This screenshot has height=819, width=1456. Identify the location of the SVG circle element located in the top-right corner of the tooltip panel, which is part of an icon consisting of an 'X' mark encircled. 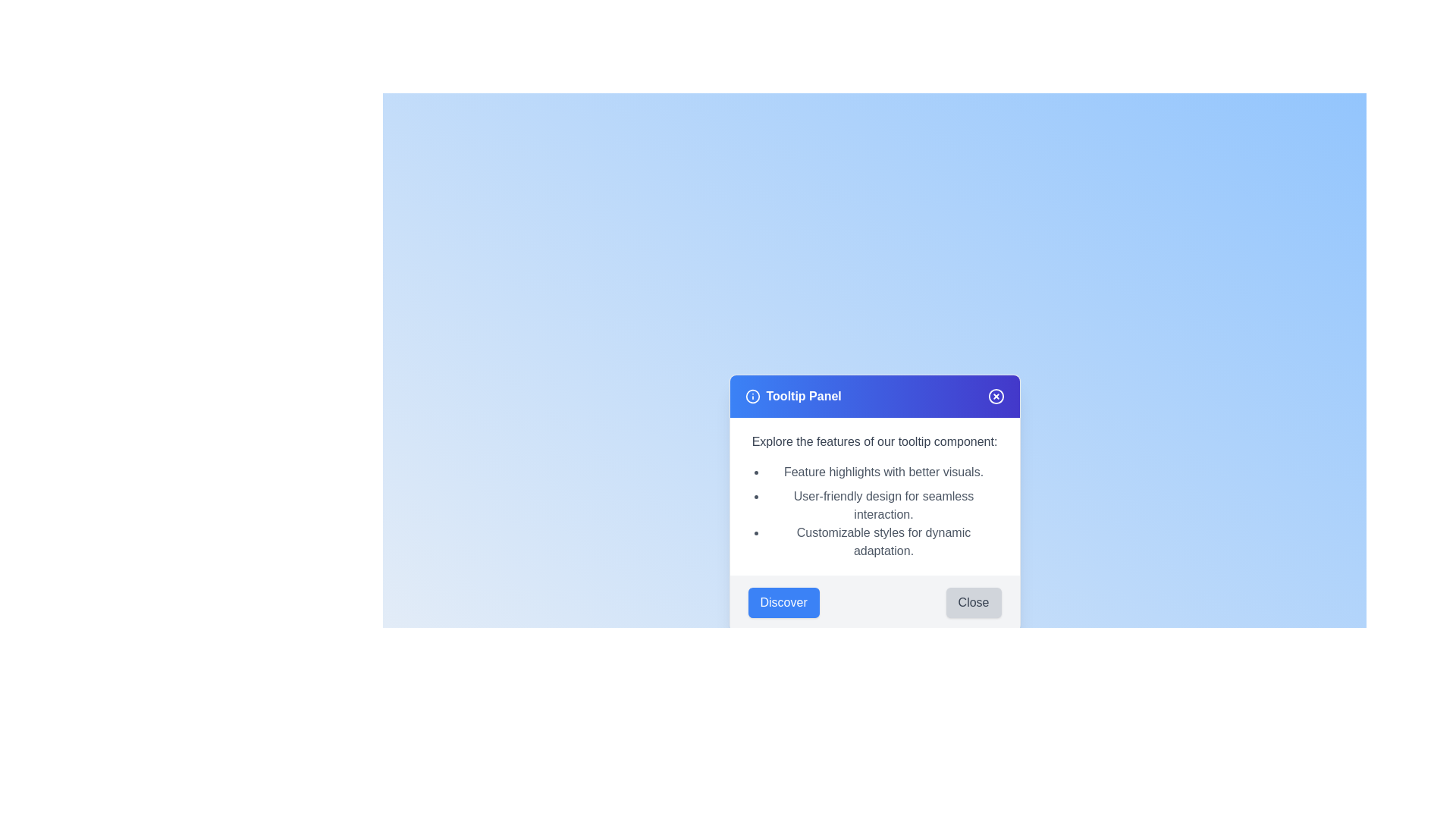
(996, 396).